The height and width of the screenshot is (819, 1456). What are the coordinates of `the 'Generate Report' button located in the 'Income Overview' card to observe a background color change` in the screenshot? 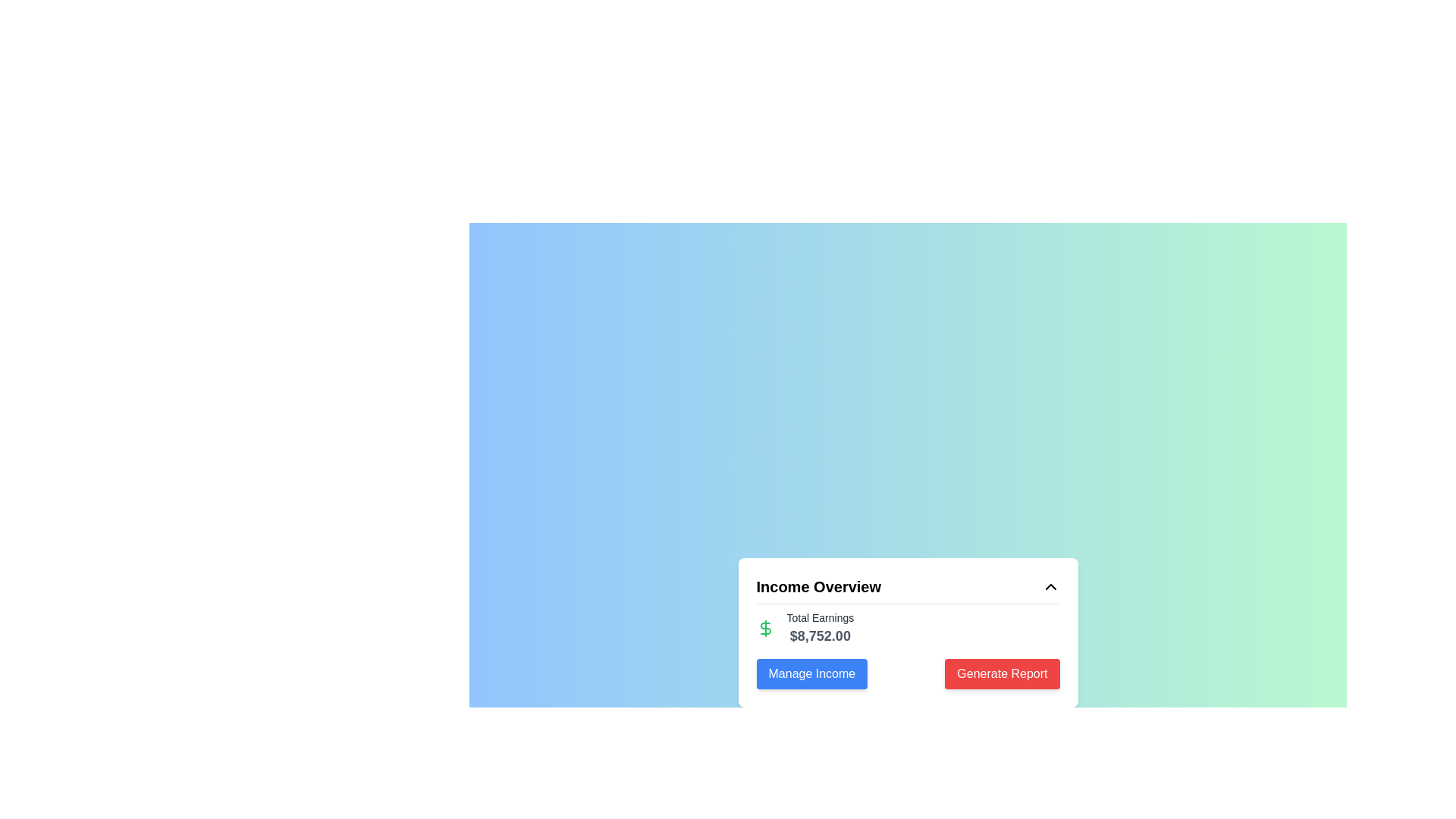 It's located at (1002, 673).